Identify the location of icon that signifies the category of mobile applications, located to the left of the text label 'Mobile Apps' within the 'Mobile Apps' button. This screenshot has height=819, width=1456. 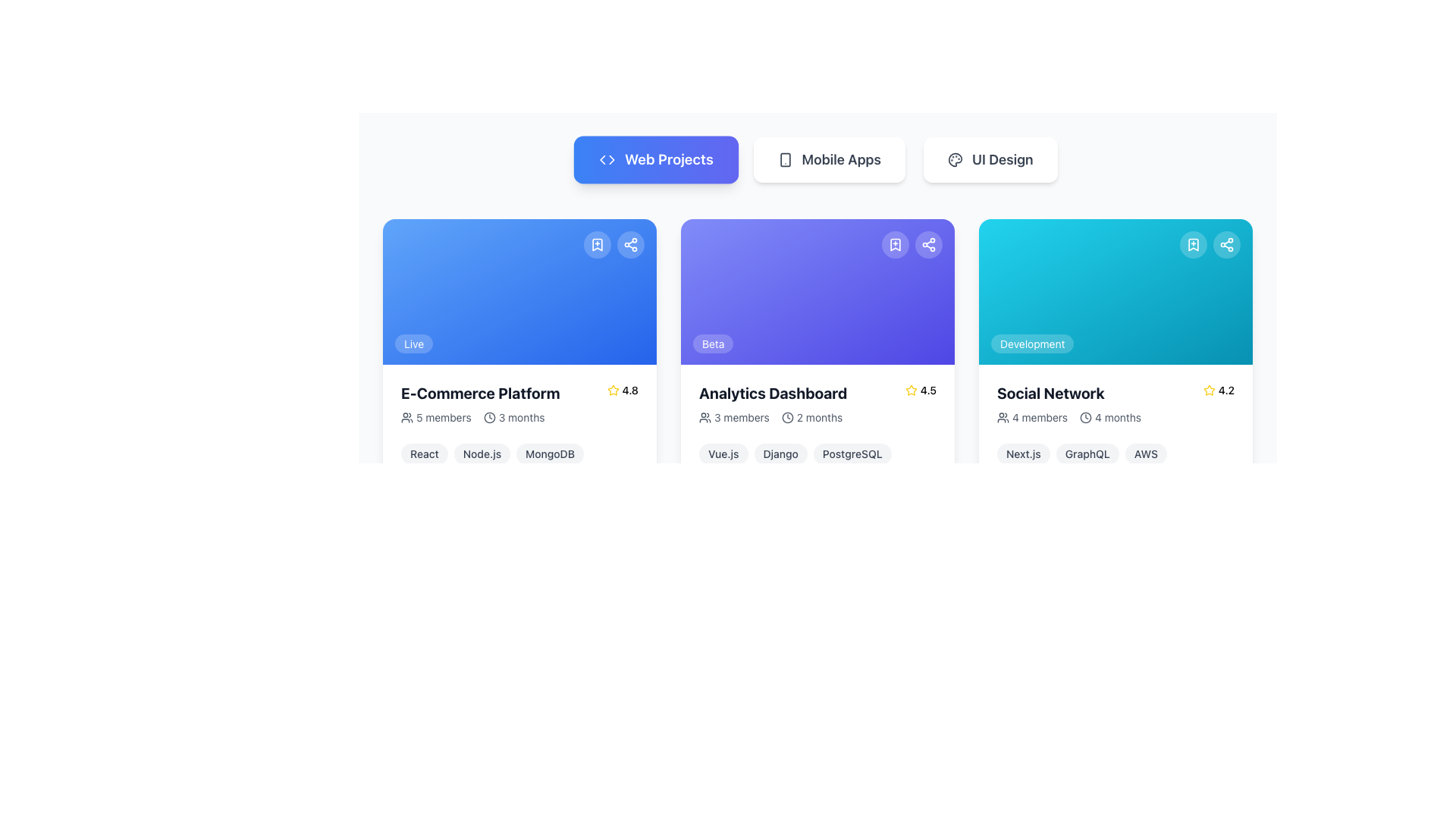
(785, 160).